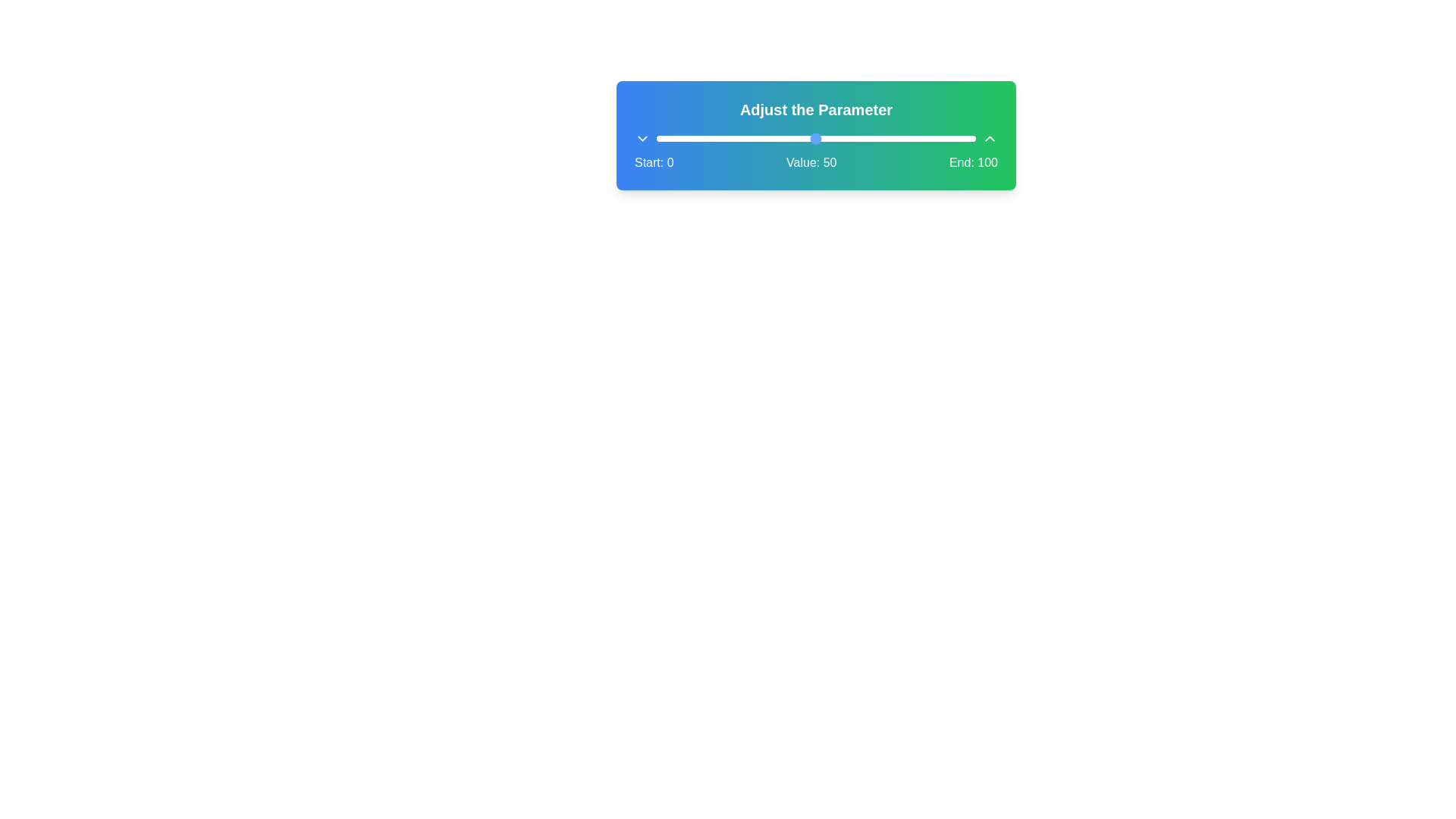 The height and width of the screenshot is (819, 1456). Describe the element at coordinates (710, 138) in the screenshot. I see `the parameter` at that location.